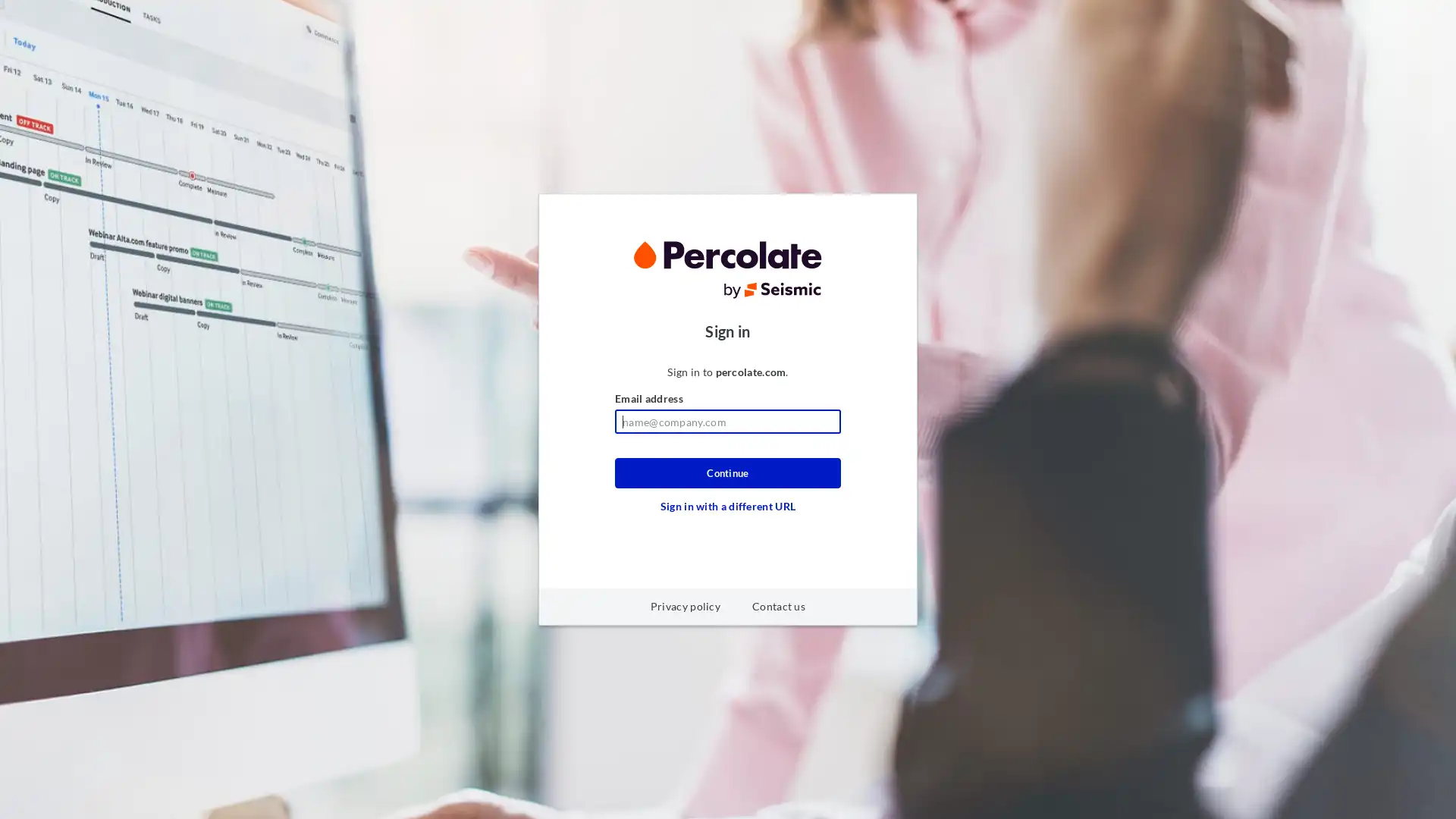 The image size is (1456, 819). Describe the element at coordinates (728, 472) in the screenshot. I see `Continue` at that location.